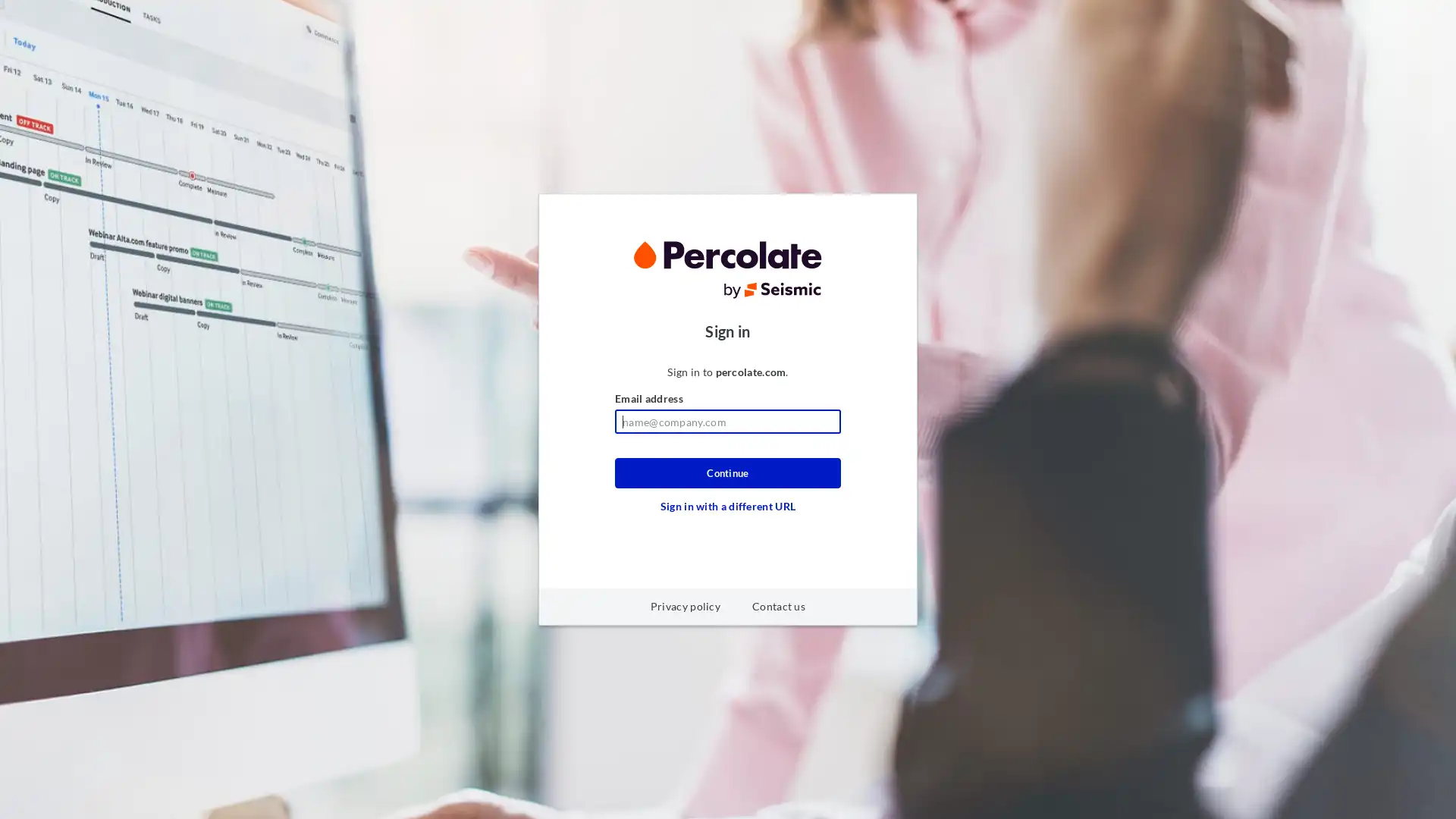 The image size is (1456, 819). Describe the element at coordinates (728, 472) in the screenshot. I see `Continue` at that location.